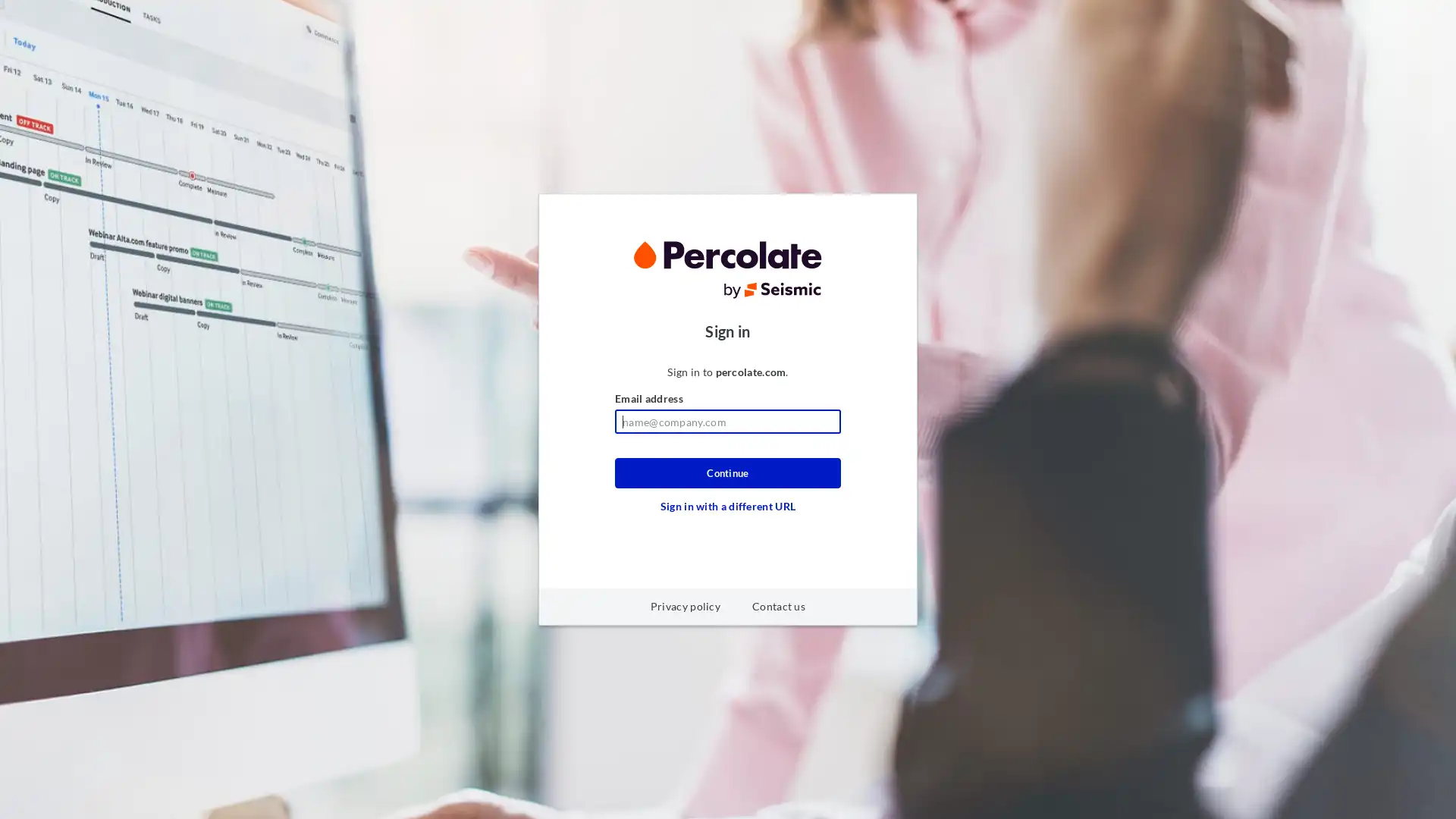 The image size is (1456, 819). Describe the element at coordinates (728, 472) in the screenshot. I see `Continue` at that location.